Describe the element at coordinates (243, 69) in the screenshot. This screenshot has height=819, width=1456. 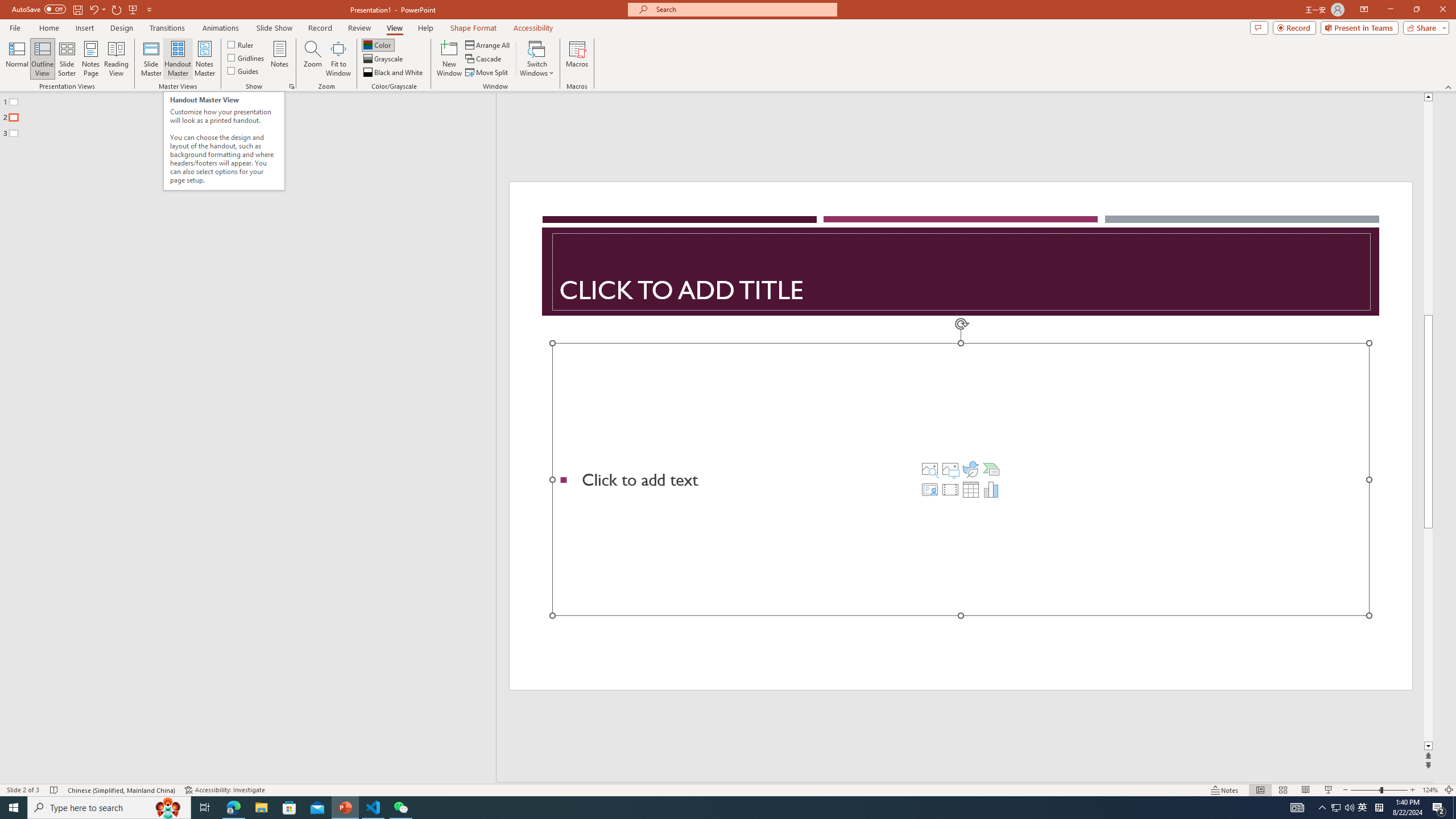
I see `'Guides'` at that location.